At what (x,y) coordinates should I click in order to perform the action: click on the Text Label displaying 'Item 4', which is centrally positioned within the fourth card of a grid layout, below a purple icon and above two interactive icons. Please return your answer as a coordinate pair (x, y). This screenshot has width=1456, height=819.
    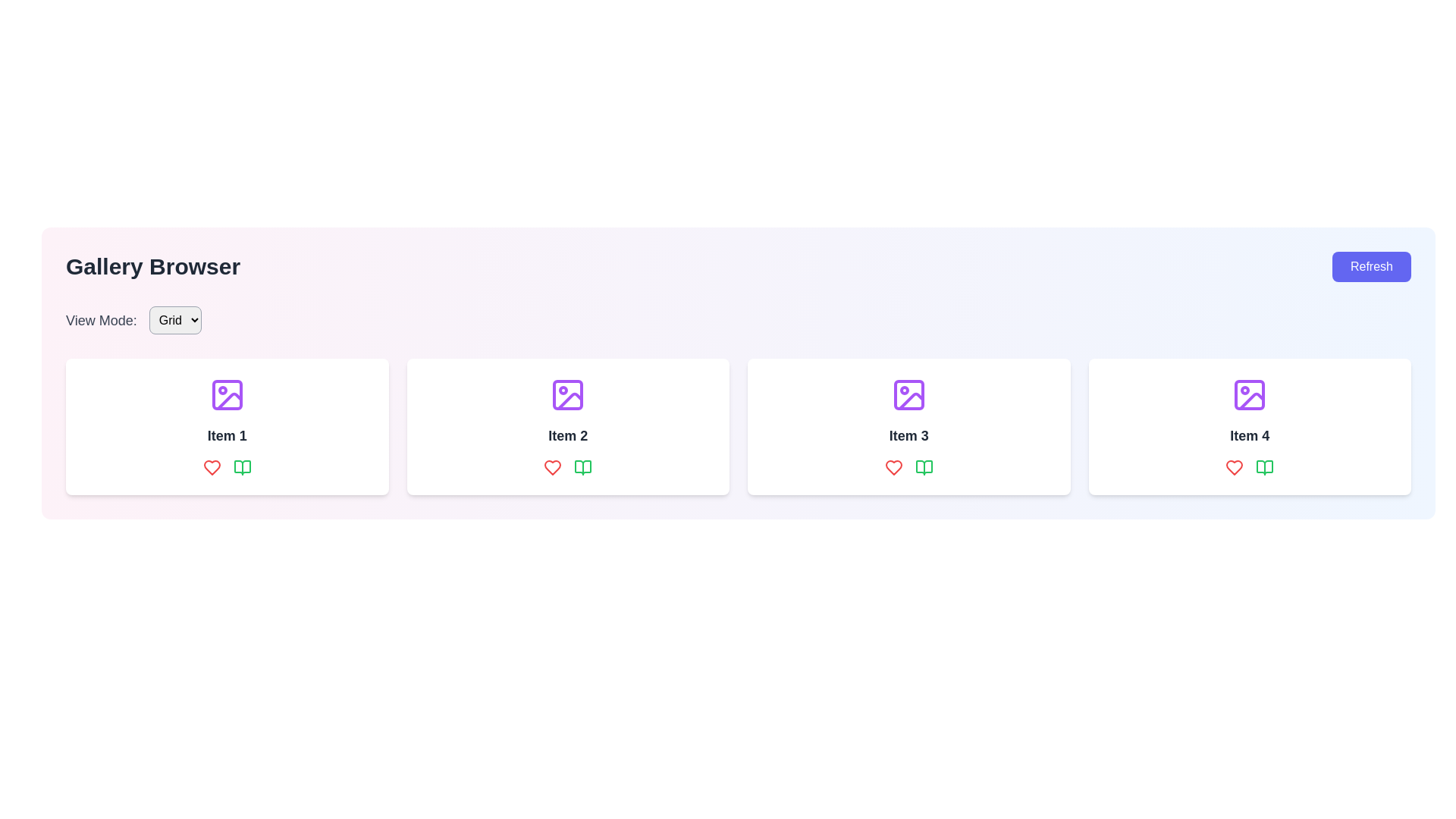
    Looking at the image, I should click on (1250, 435).